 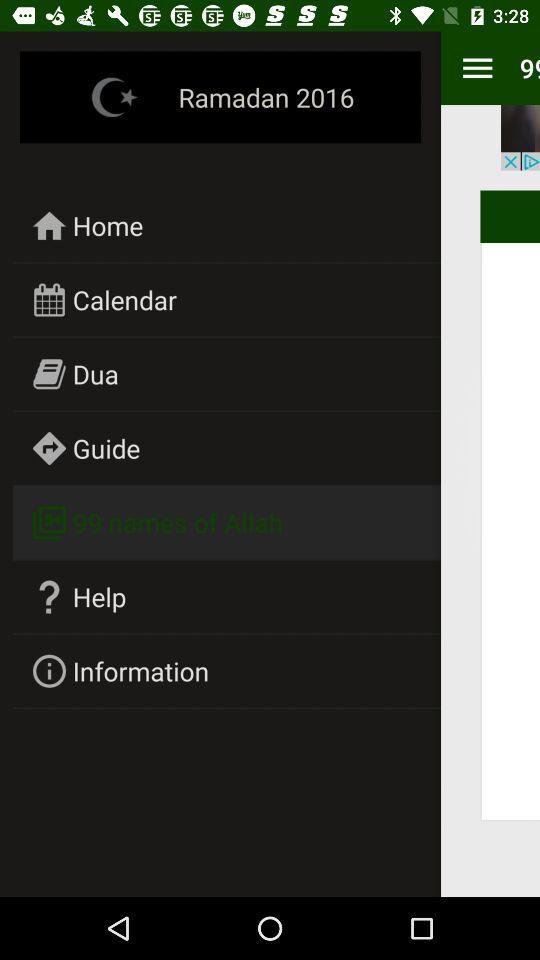 I want to click on item below help item, so click(x=139, y=671).